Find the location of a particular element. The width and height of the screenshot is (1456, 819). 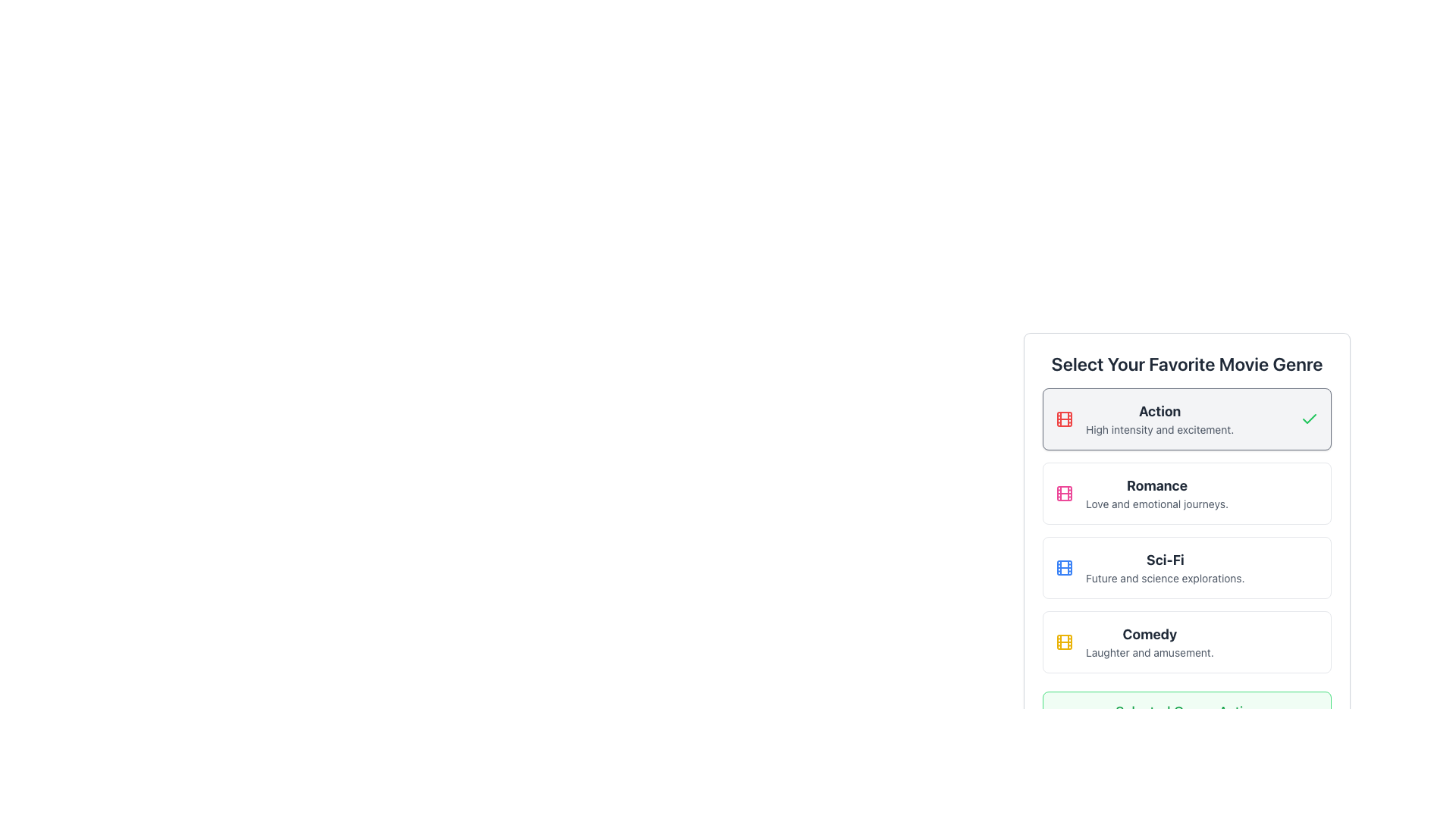

the small rectangle with rounded edges that is part of the film reel icon next to the 'Action' text in the genre selection menu is located at coordinates (1063, 419).